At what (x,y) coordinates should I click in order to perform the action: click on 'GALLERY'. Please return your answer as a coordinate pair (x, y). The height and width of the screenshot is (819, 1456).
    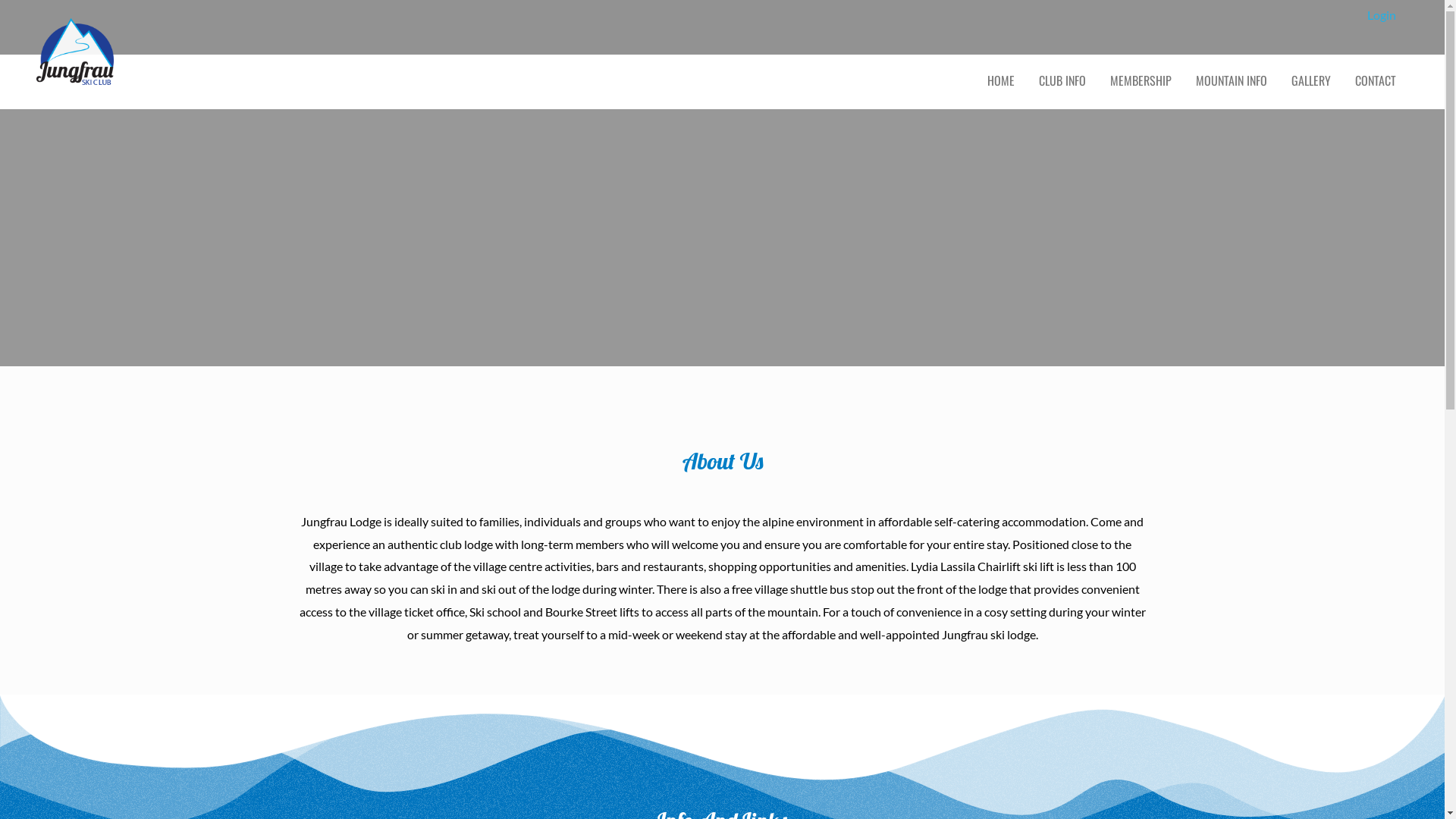
    Looking at the image, I should click on (1278, 80).